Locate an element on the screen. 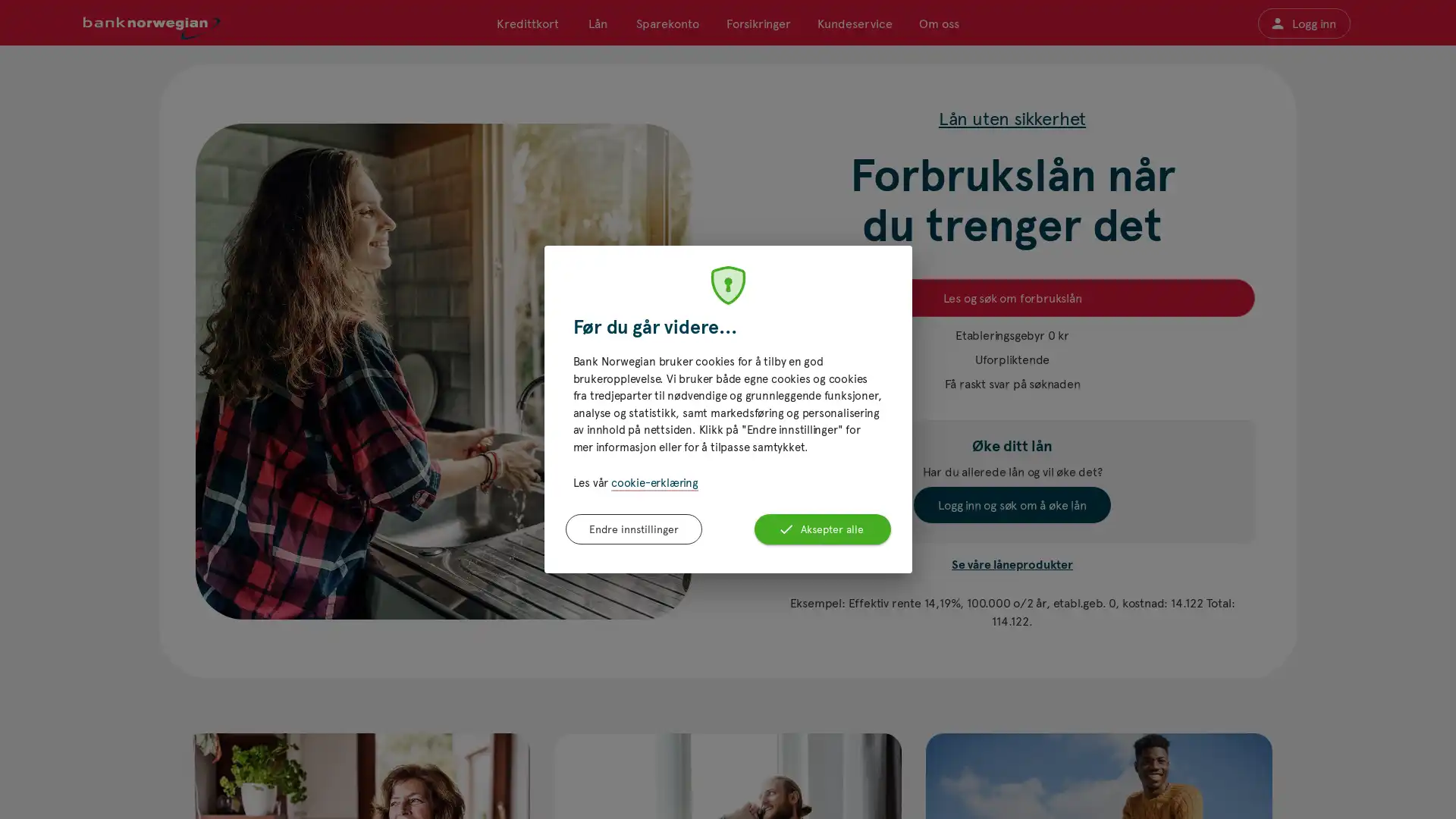 The height and width of the screenshot is (819, 1456). Forsikringer is located at coordinates (758, 23).